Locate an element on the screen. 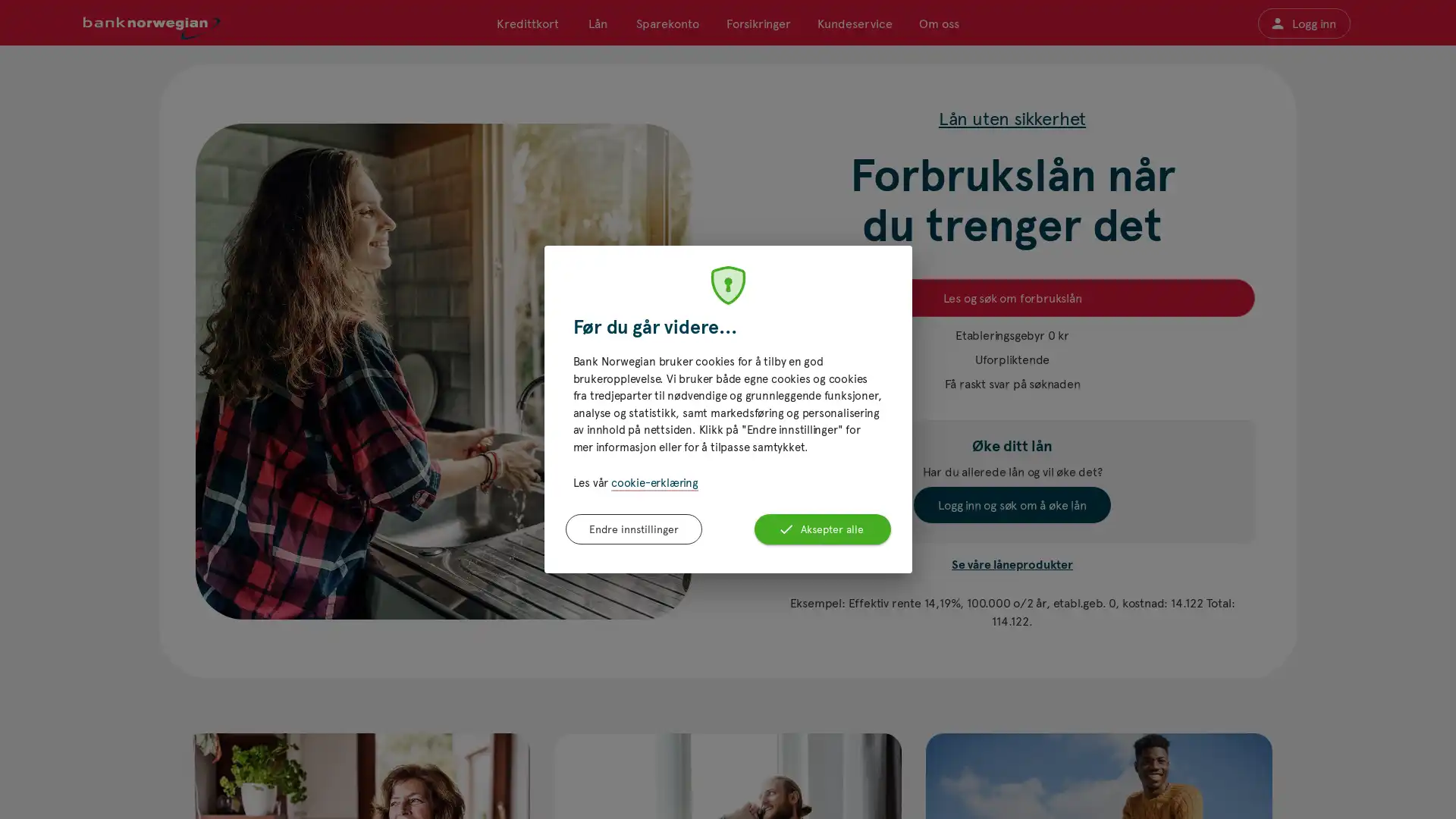 The height and width of the screenshot is (819, 1456). Forsikringer is located at coordinates (758, 23).